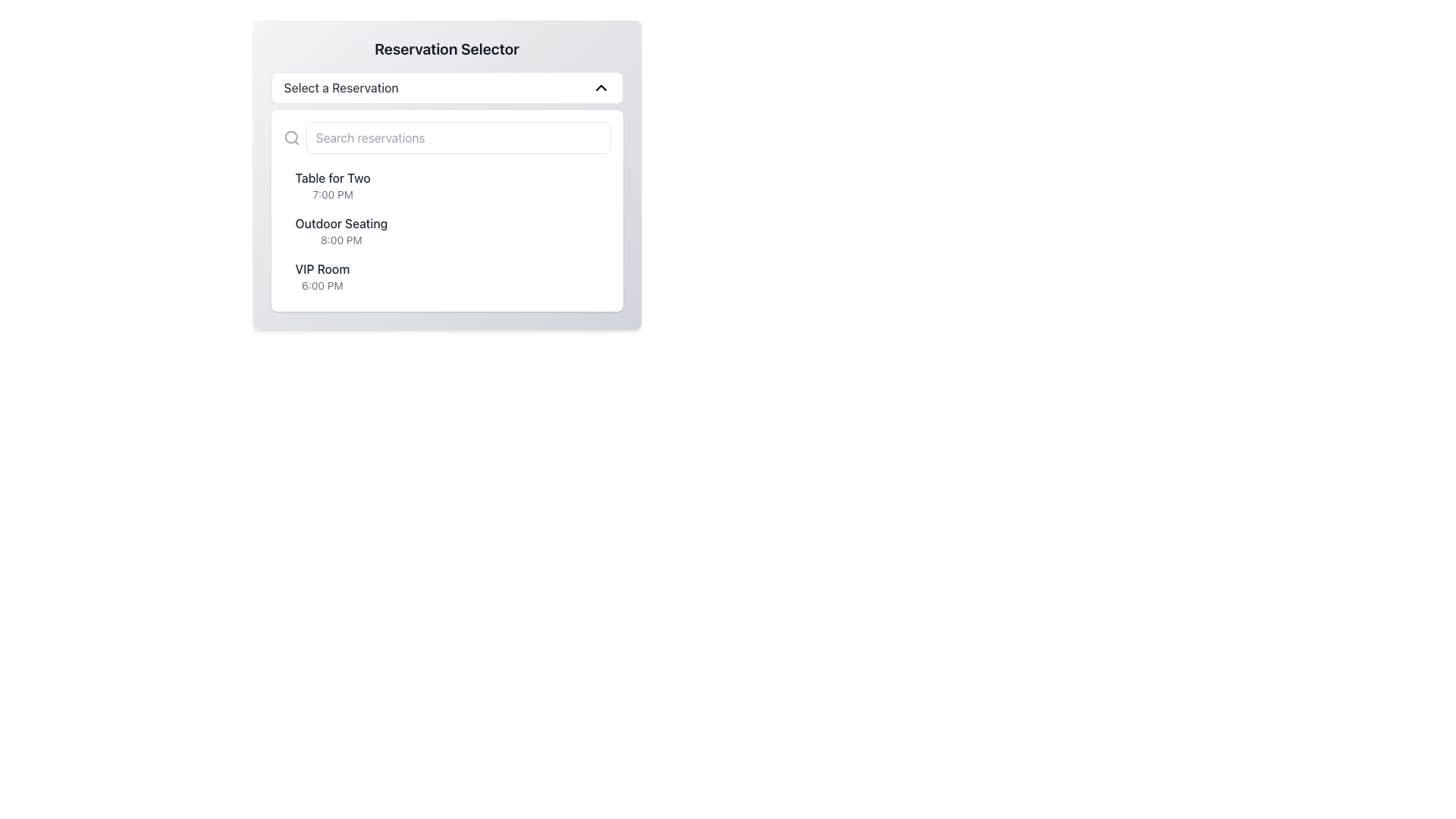  Describe the element at coordinates (332, 194) in the screenshot. I see `the text label conveying the time detail for the 'Table for Two' reservation, which is positioned below the corresponding text in the item list` at that location.